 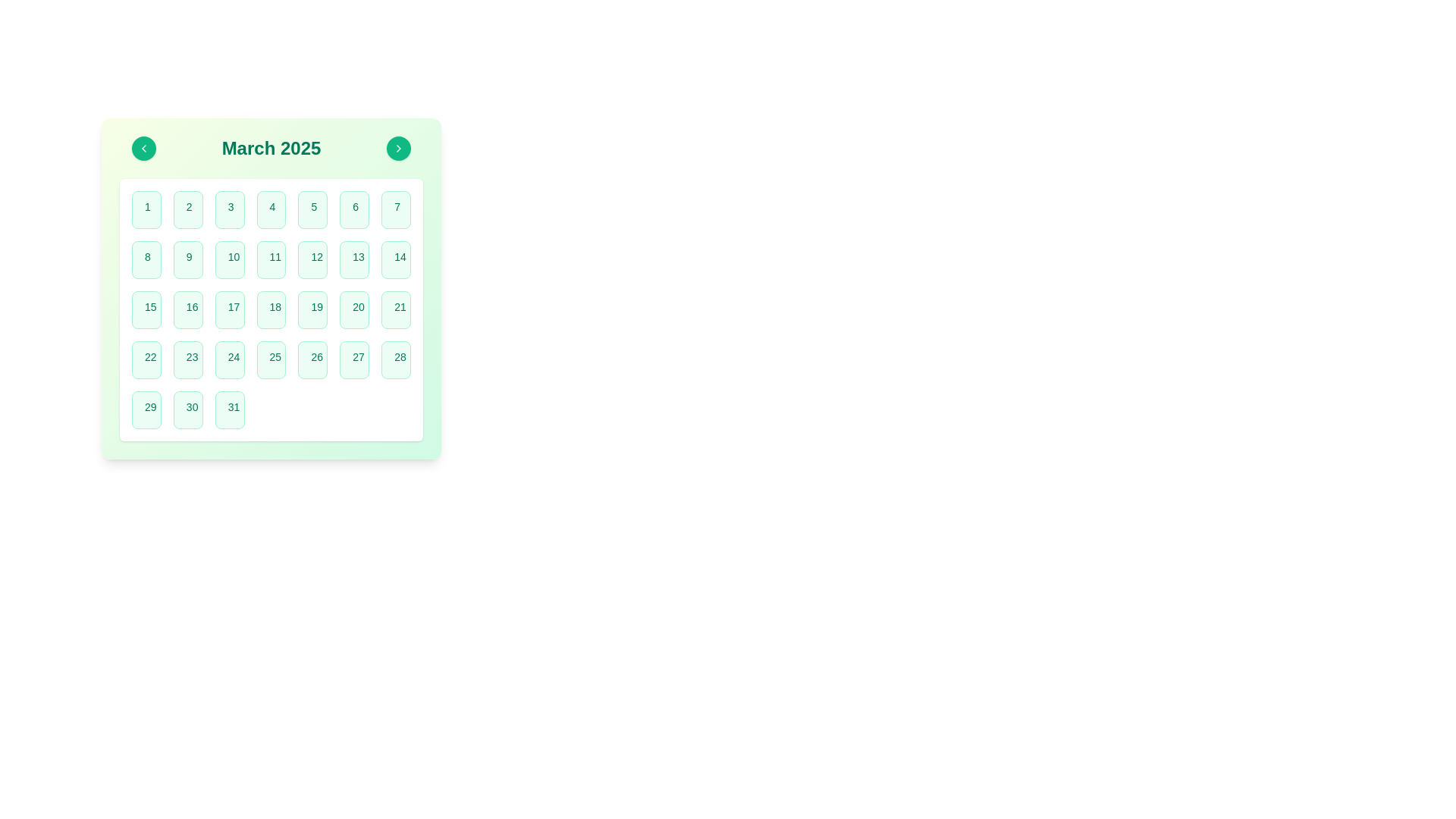 What do you see at coordinates (353, 210) in the screenshot?
I see `the Calendar day button displaying the number '6' with a pale green background` at bounding box center [353, 210].